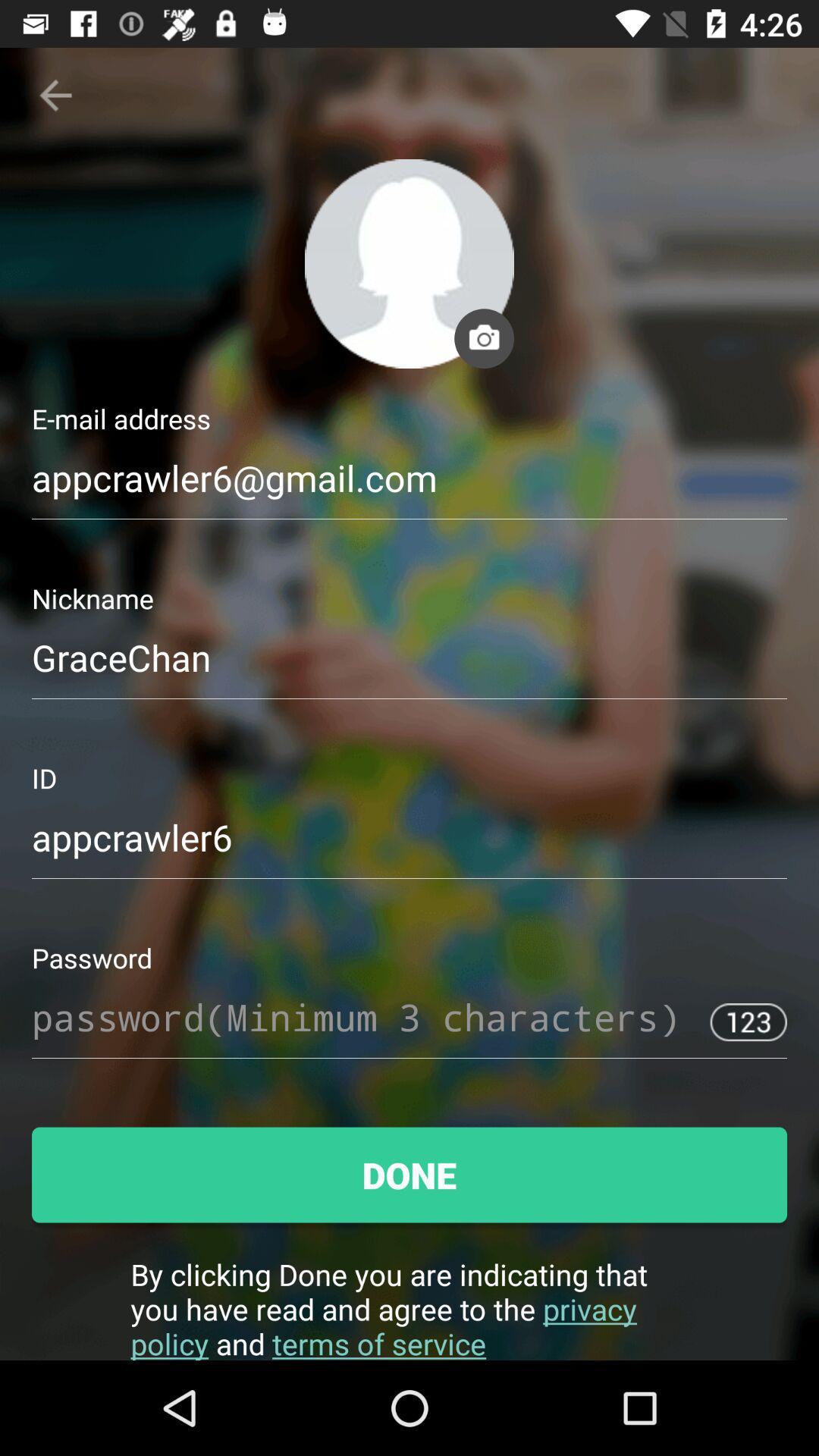  What do you see at coordinates (55, 94) in the screenshot?
I see `previous` at bounding box center [55, 94].